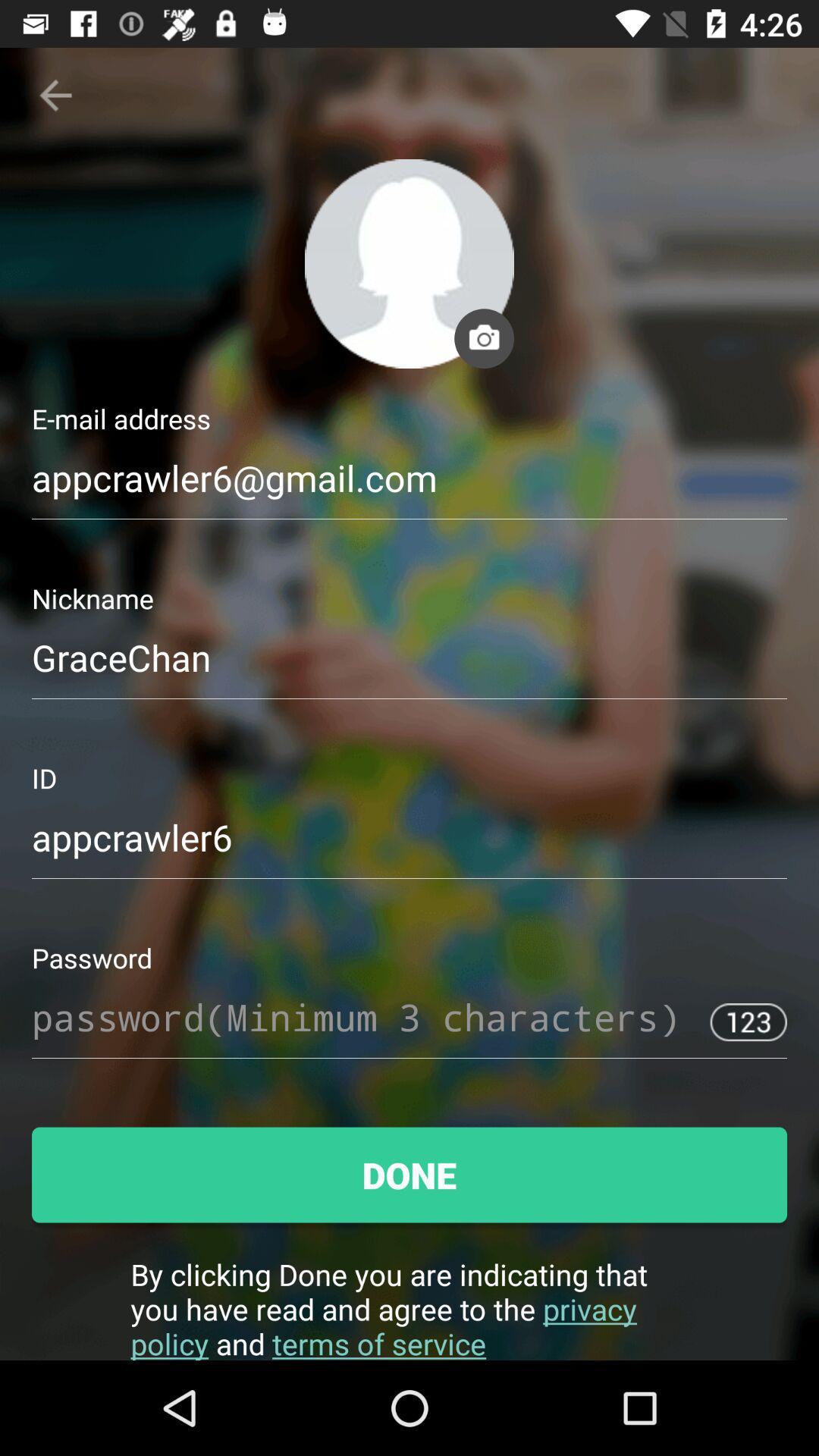  What do you see at coordinates (55, 94) in the screenshot?
I see `previous` at bounding box center [55, 94].